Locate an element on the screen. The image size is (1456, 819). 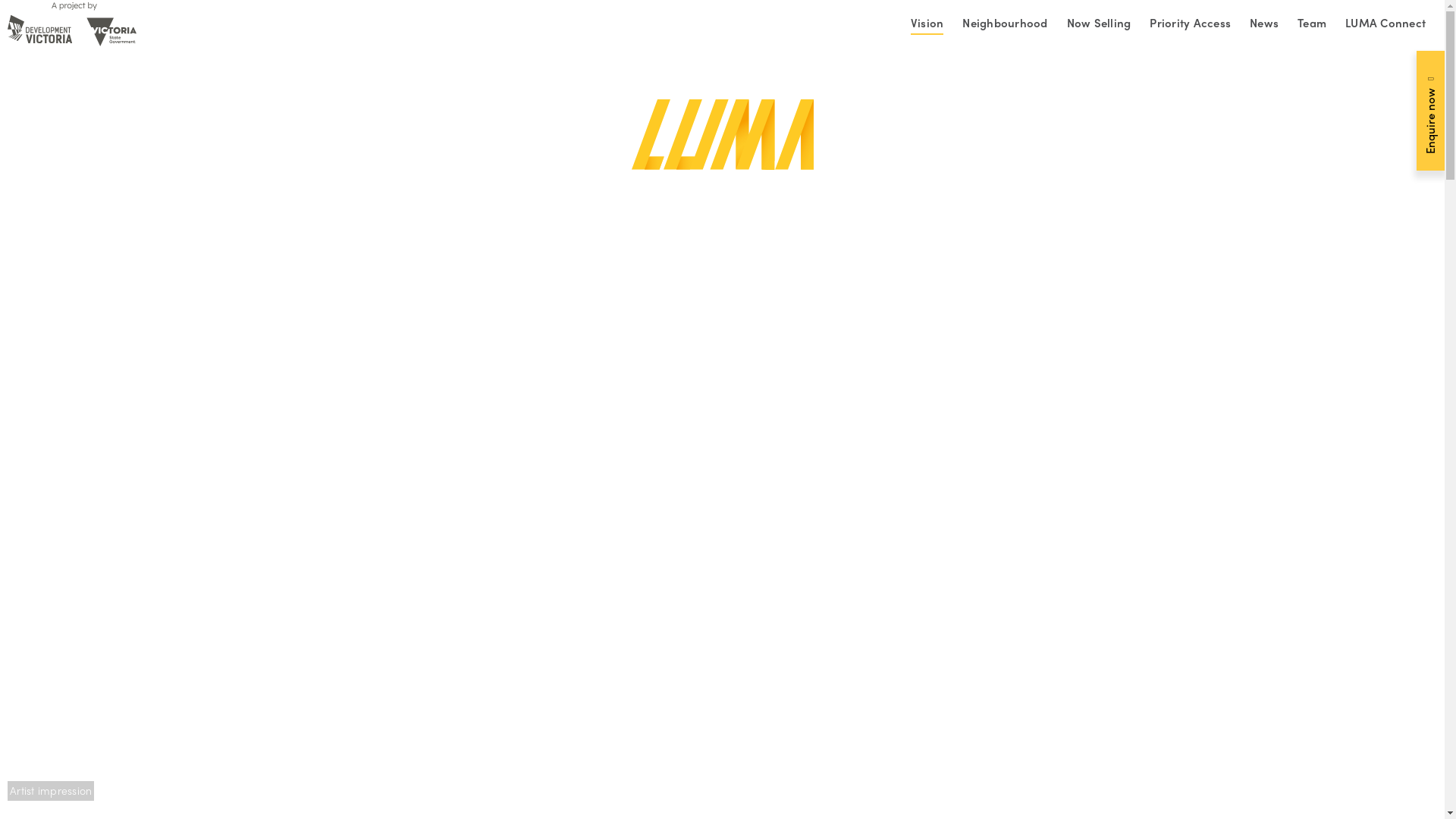
'Neighbourhood' is located at coordinates (1004, 25).